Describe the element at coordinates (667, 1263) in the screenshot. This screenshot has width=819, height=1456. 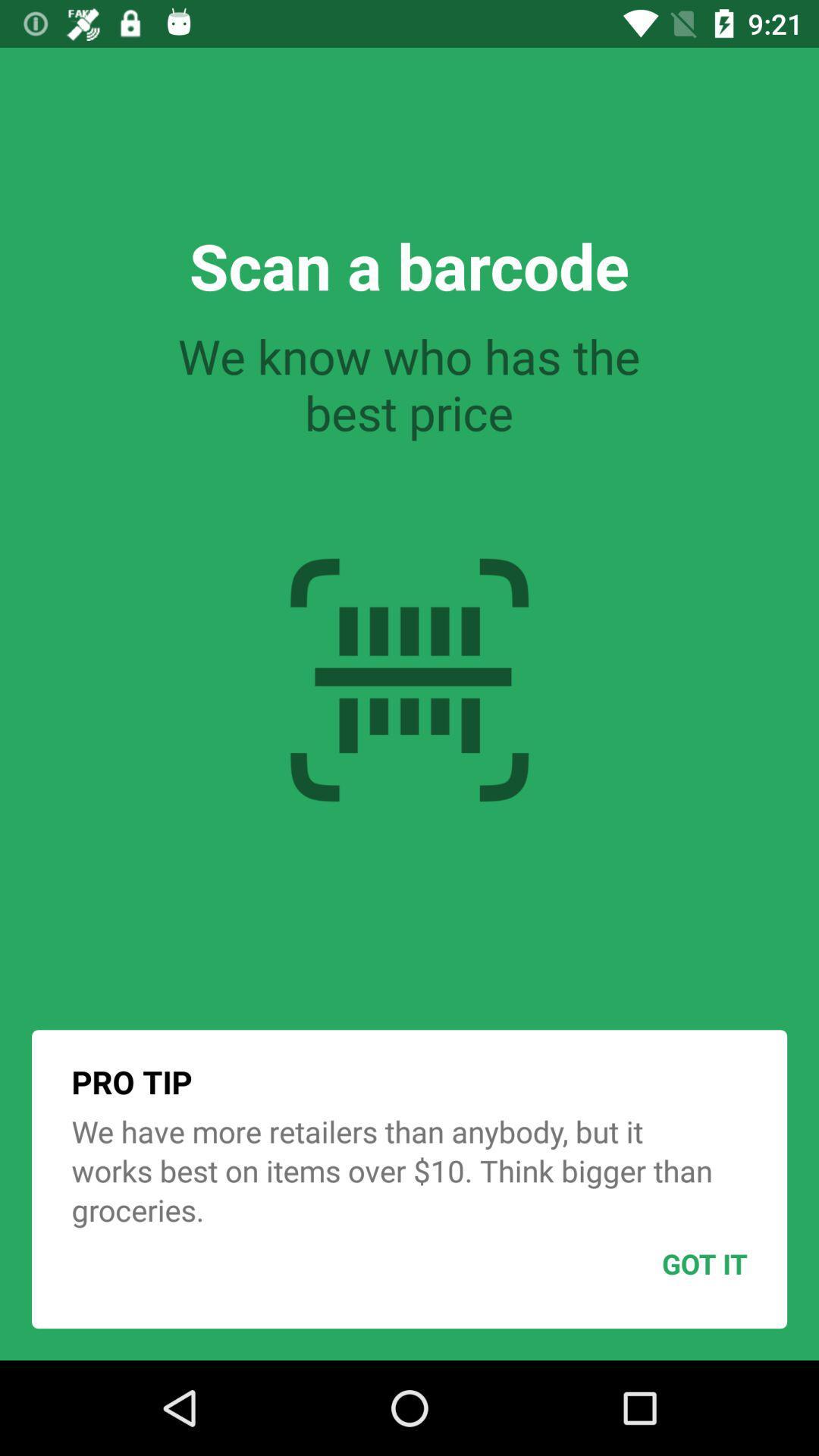
I see `icon at the bottom right corner` at that location.